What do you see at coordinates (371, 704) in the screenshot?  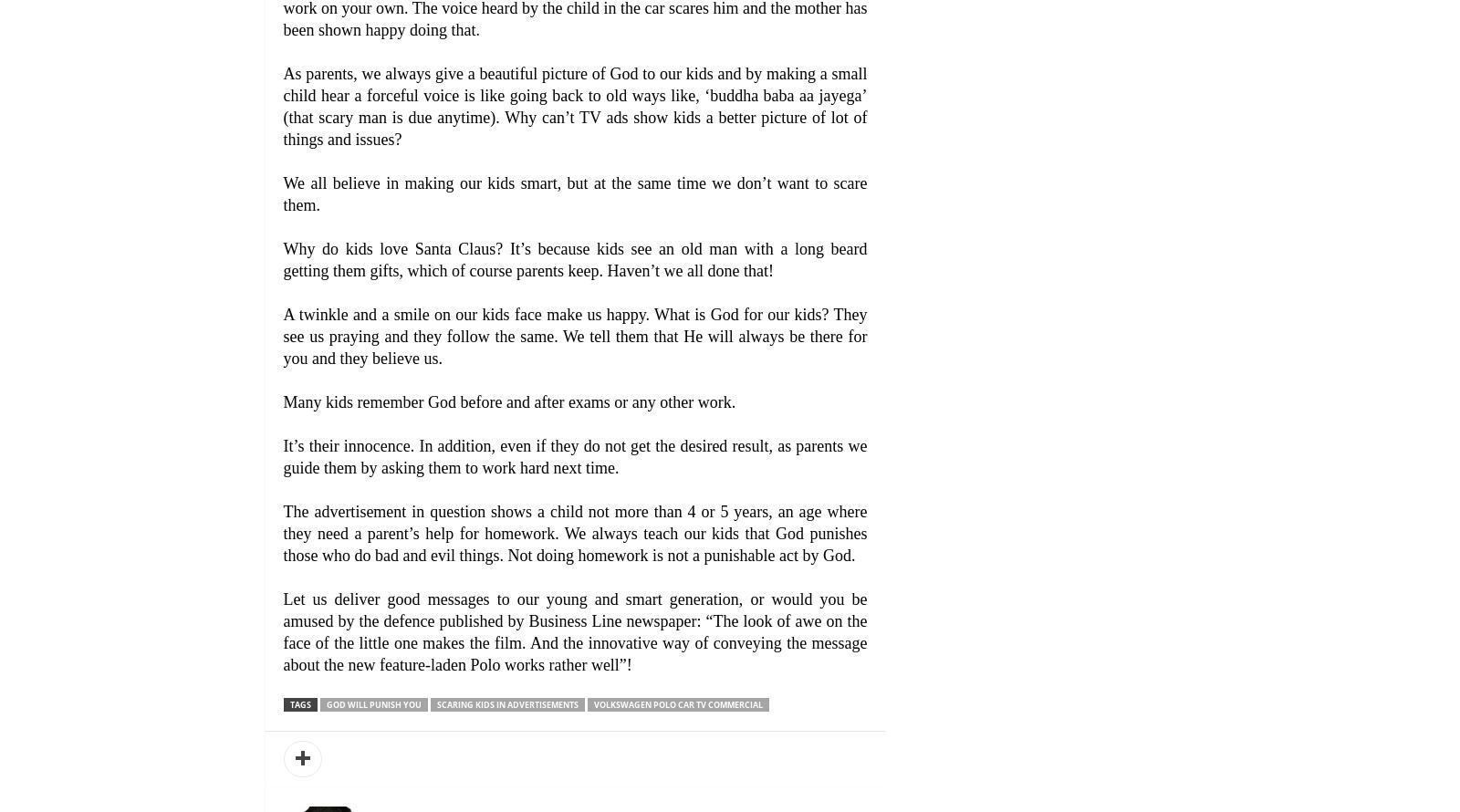 I see `'God Will Punish You'` at bounding box center [371, 704].